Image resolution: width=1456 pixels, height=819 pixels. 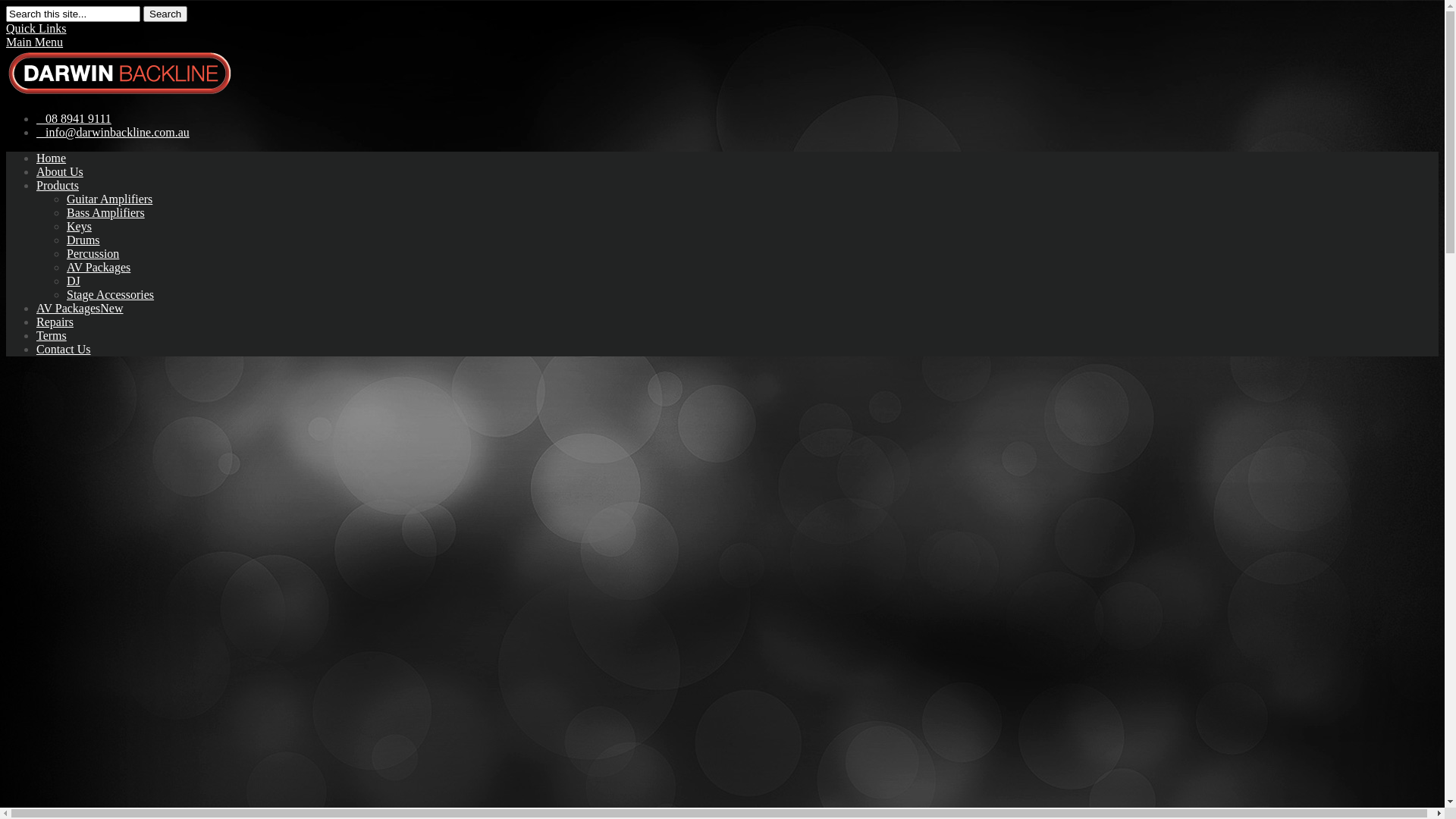 What do you see at coordinates (72, 281) in the screenshot?
I see `'DJ'` at bounding box center [72, 281].